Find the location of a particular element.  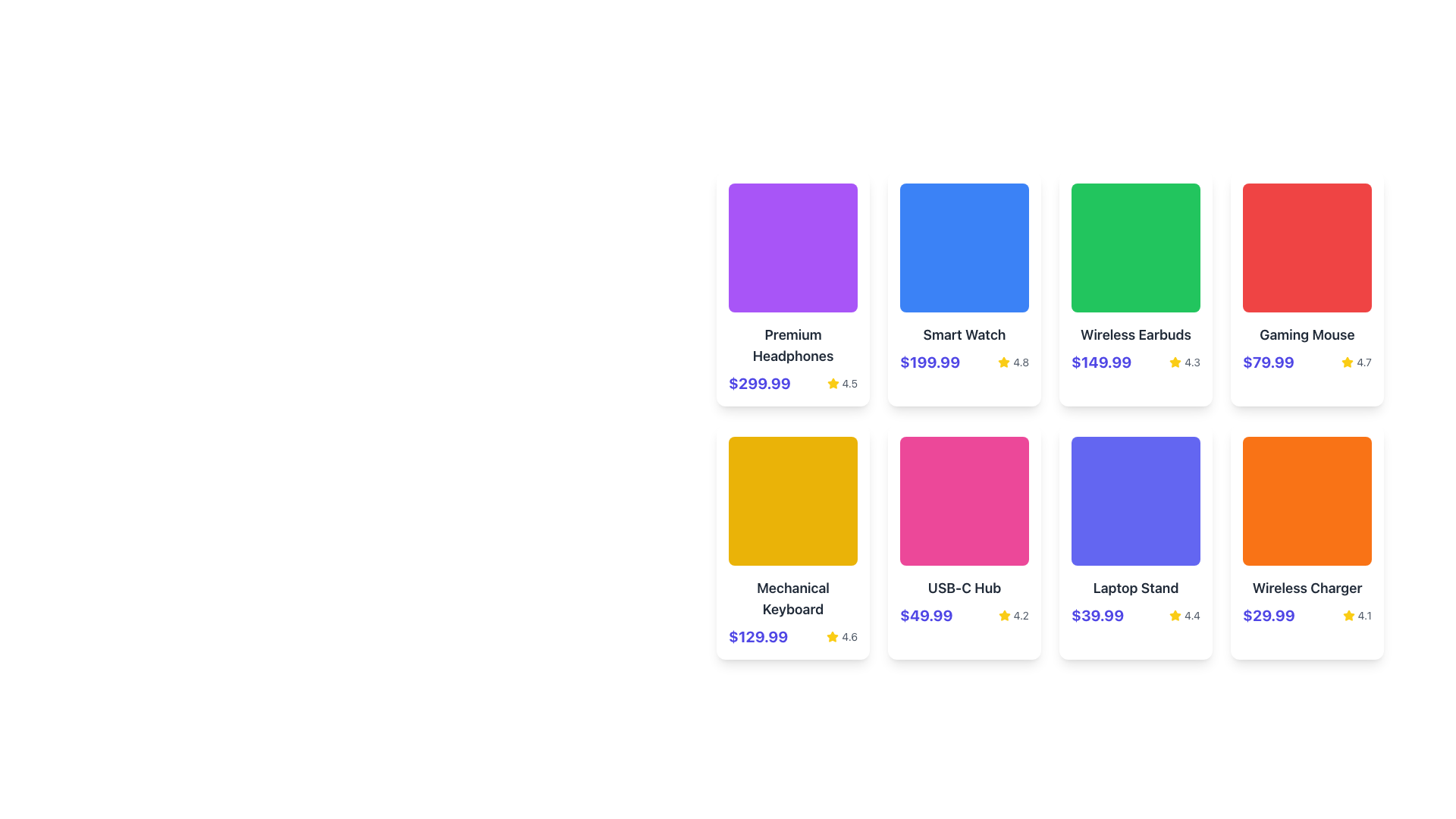

content displayed in the static text showing the price '$299.99', which is styled in a bold, extra-large indigo font and is part of the product card for 'Premium Headphones' is located at coordinates (759, 382).